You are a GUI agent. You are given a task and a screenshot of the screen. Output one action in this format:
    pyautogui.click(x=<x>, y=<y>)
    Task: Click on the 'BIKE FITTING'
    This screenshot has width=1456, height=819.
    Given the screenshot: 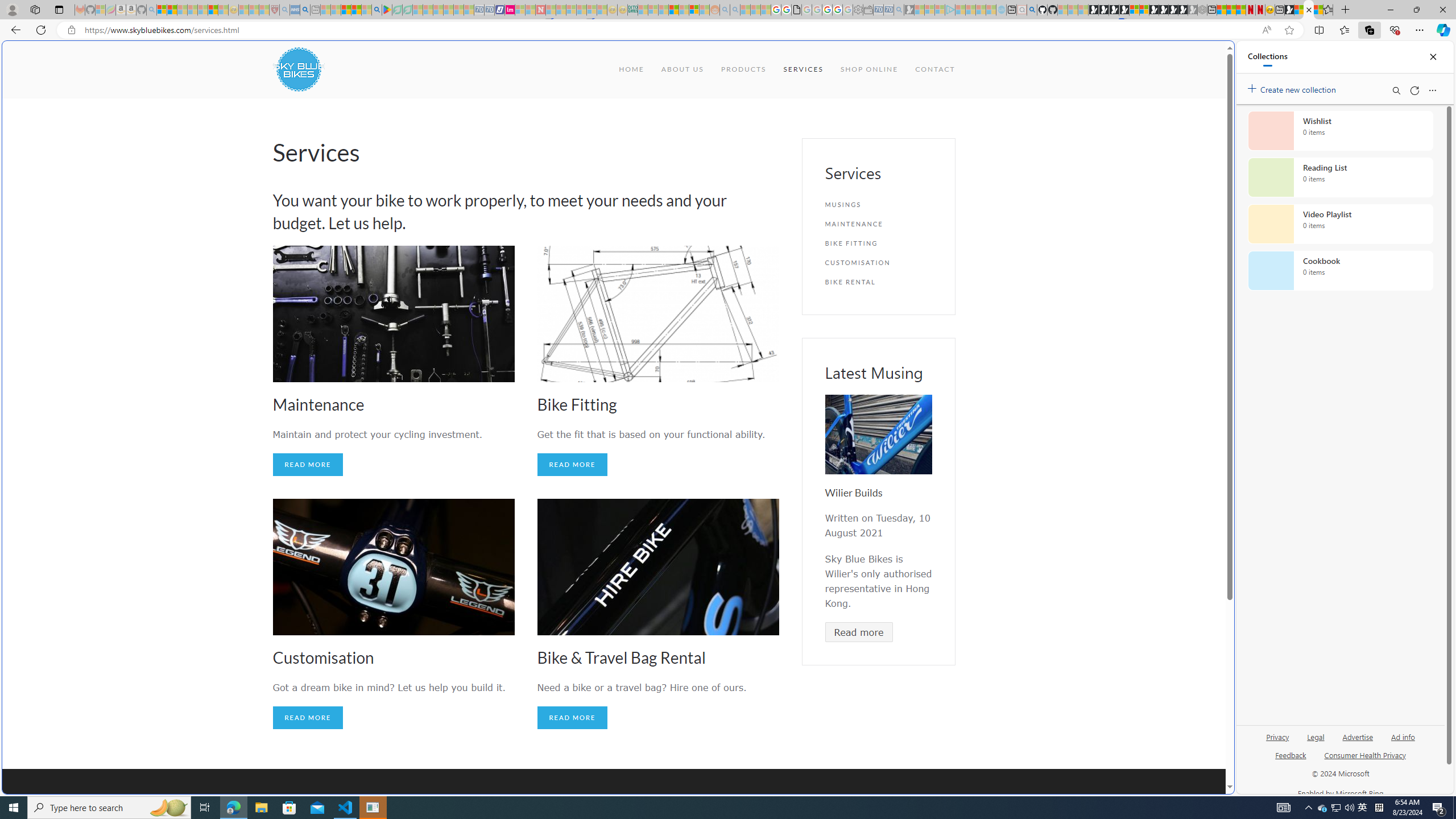 What is the action you would take?
    pyautogui.click(x=878, y=242)
    